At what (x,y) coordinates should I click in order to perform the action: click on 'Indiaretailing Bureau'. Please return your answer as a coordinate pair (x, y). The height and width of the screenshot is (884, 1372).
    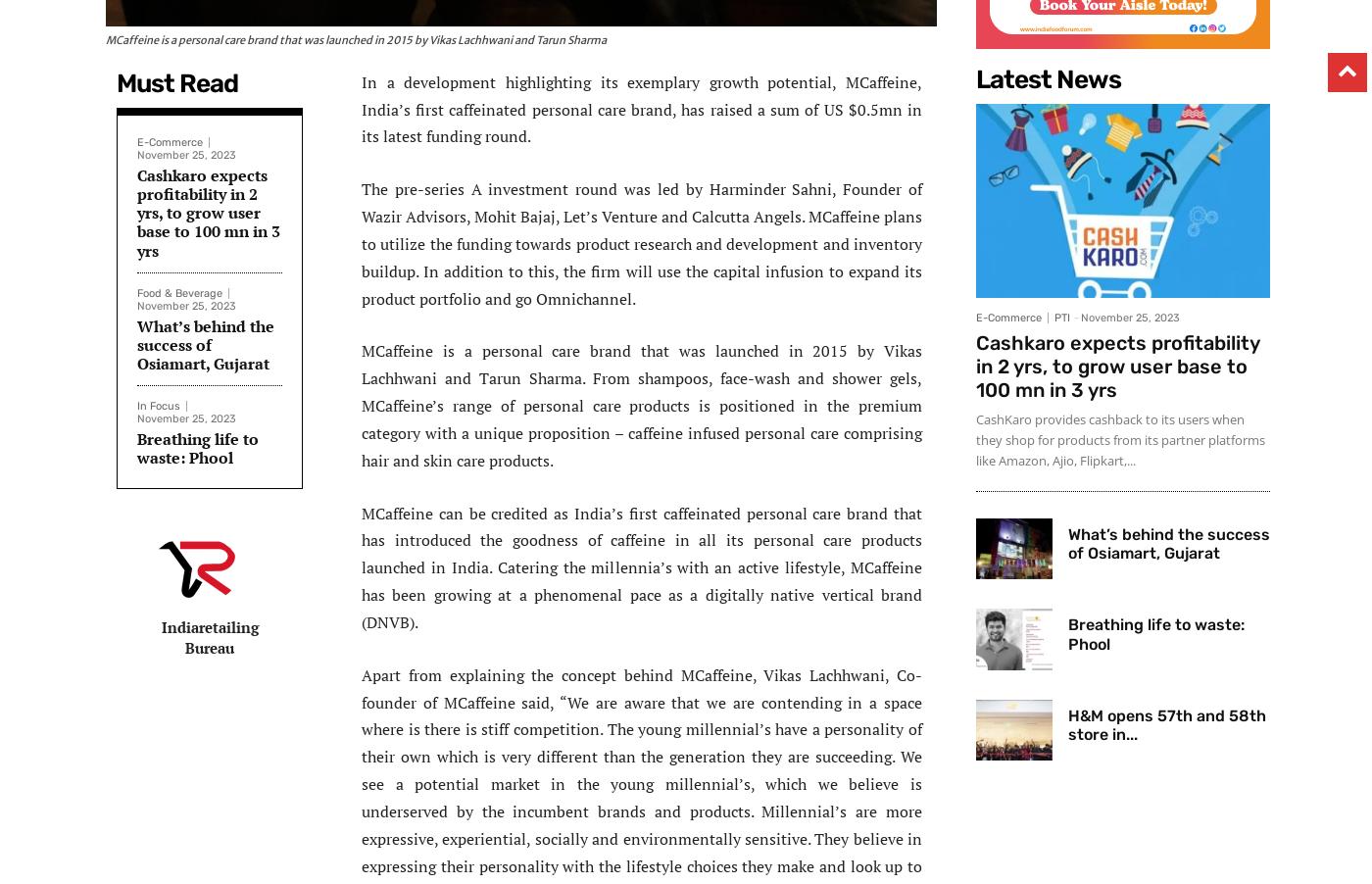
    Looking at the image, I should click on (209, 635).